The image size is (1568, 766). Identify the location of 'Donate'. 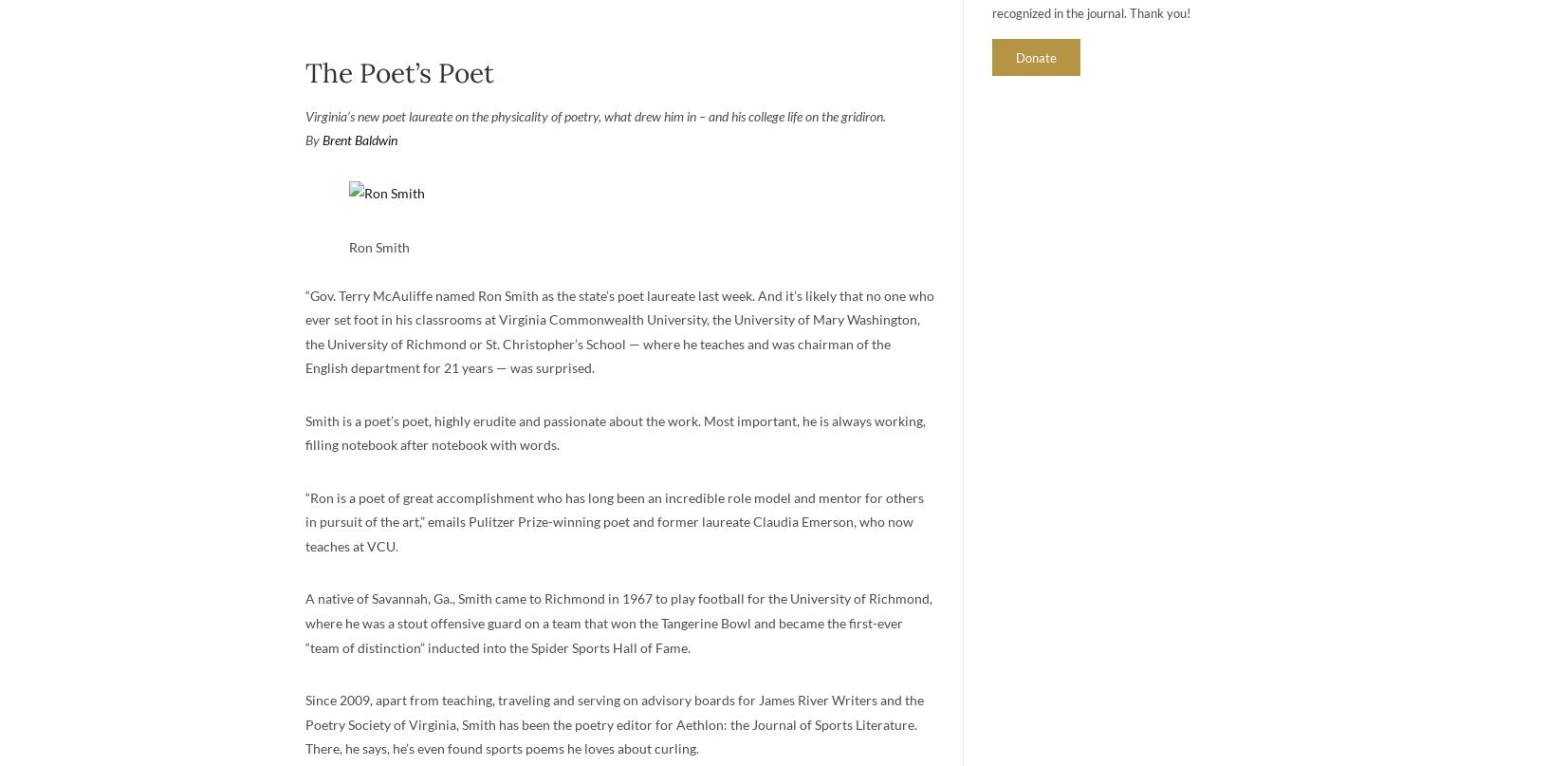
(1035, 58).